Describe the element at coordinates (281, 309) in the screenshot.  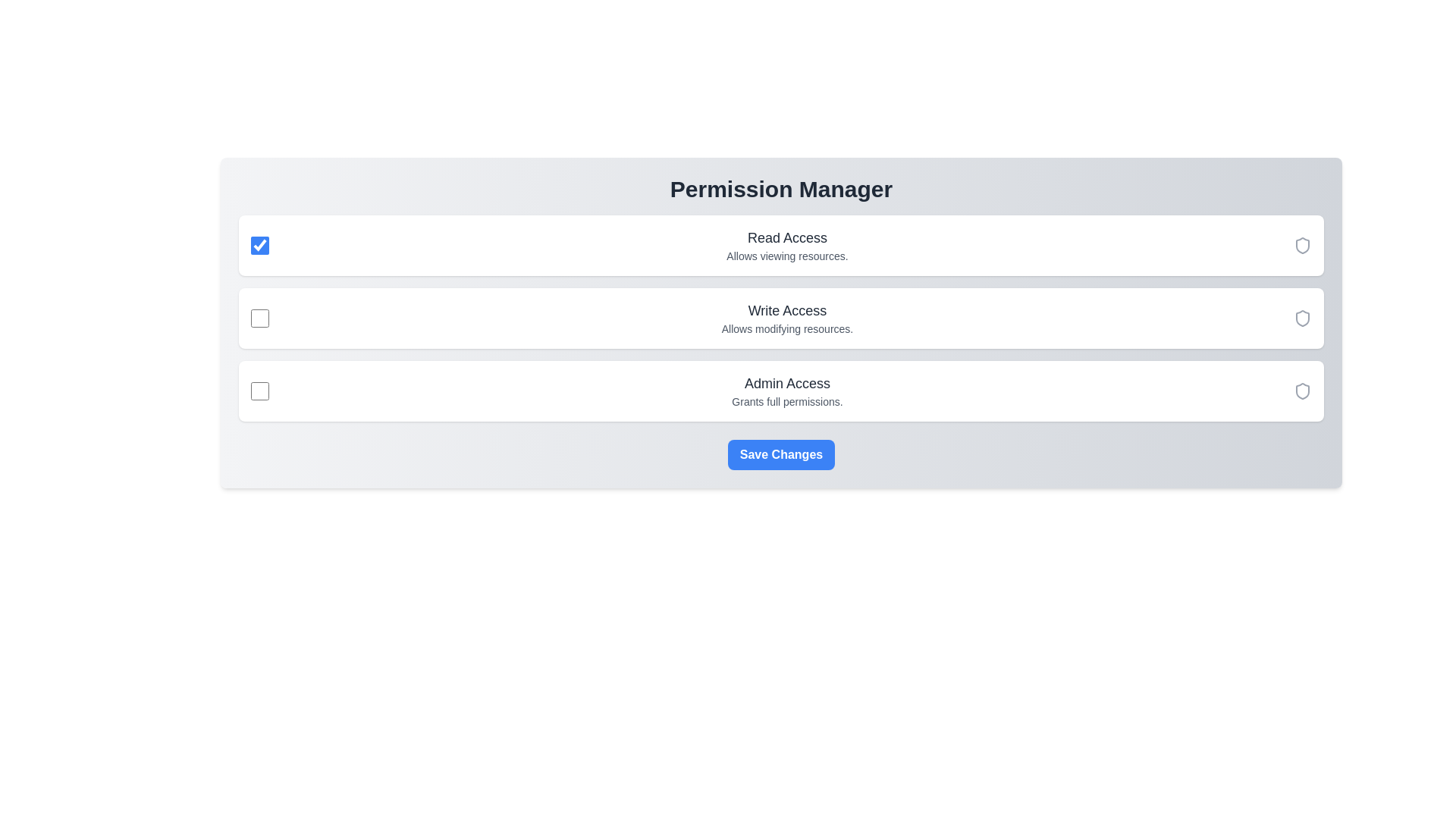
I see `the permission description for Write Access` at that location.